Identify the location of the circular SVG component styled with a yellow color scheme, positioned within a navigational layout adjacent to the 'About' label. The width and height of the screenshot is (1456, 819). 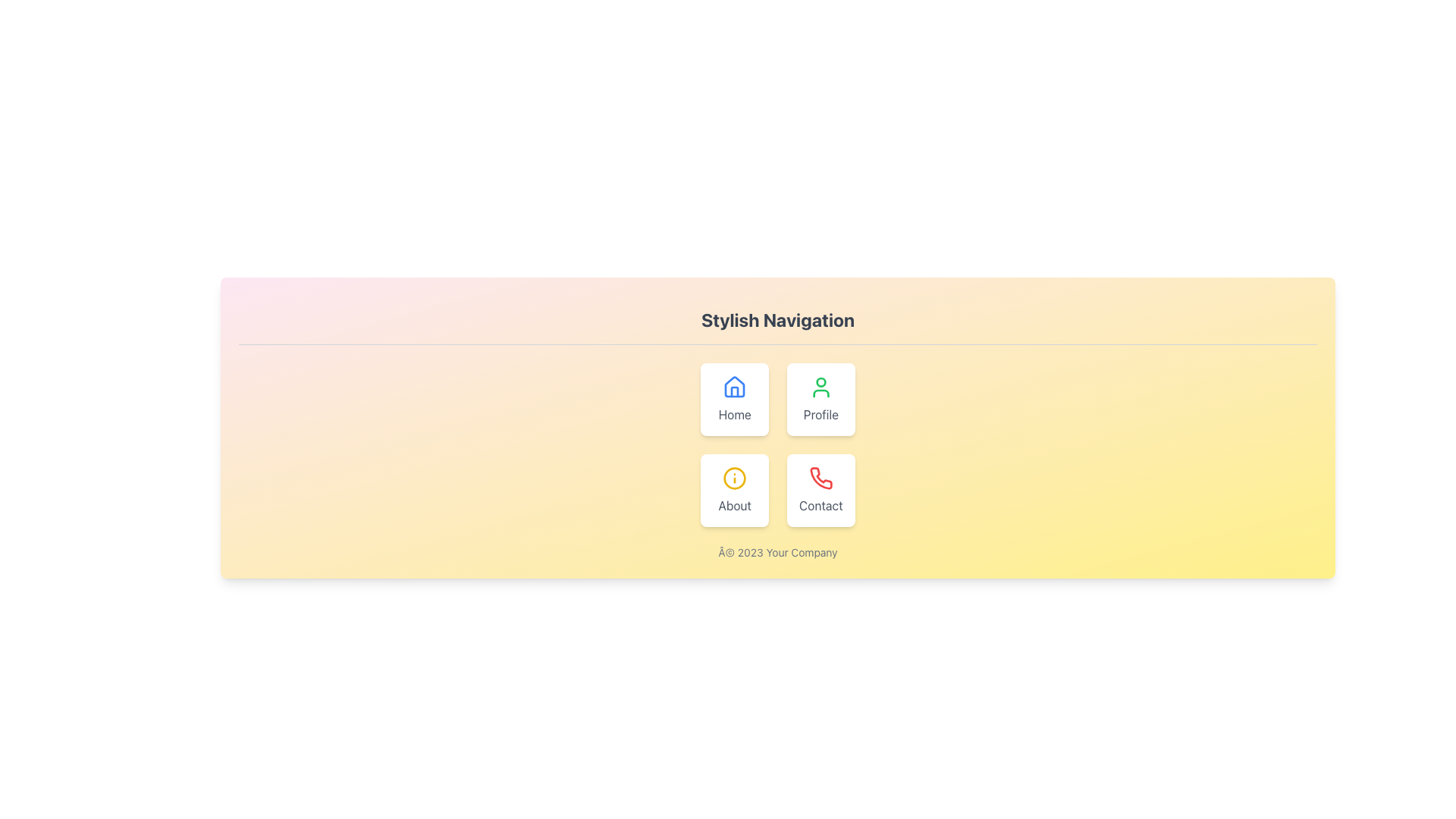
(735, 479).